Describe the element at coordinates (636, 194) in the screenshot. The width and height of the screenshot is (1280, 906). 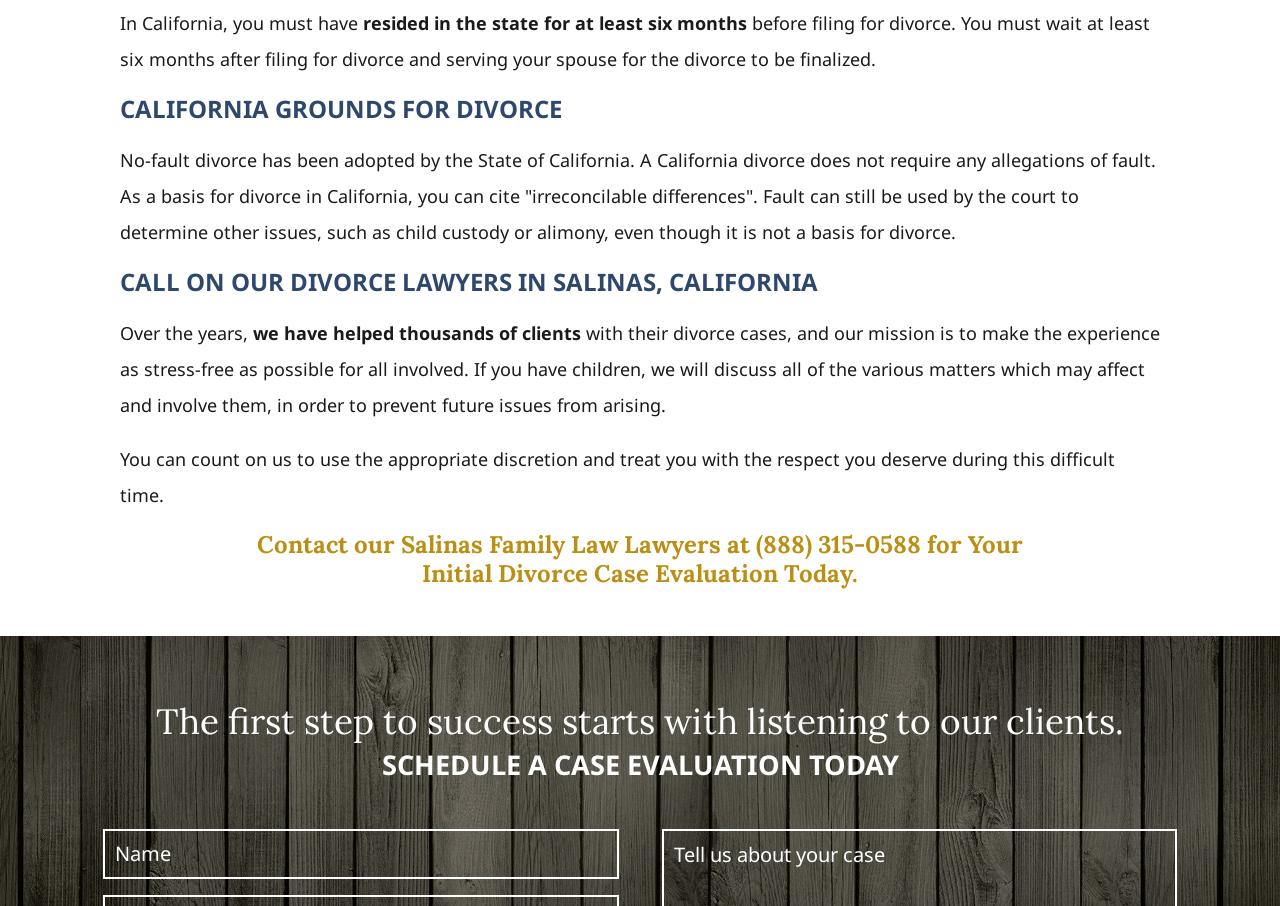
I see `'No-fault divorce has been adopted by the State of California. A California
	 divorce does not require any allegations of fault. As a basis for divorce
	 in California, you can cite "irreconcilable differences". Fault
	 can still be used by the court to determine other issues, such as child
	 custody or alimony, even though it is not a basis for divorce.'` at that location.